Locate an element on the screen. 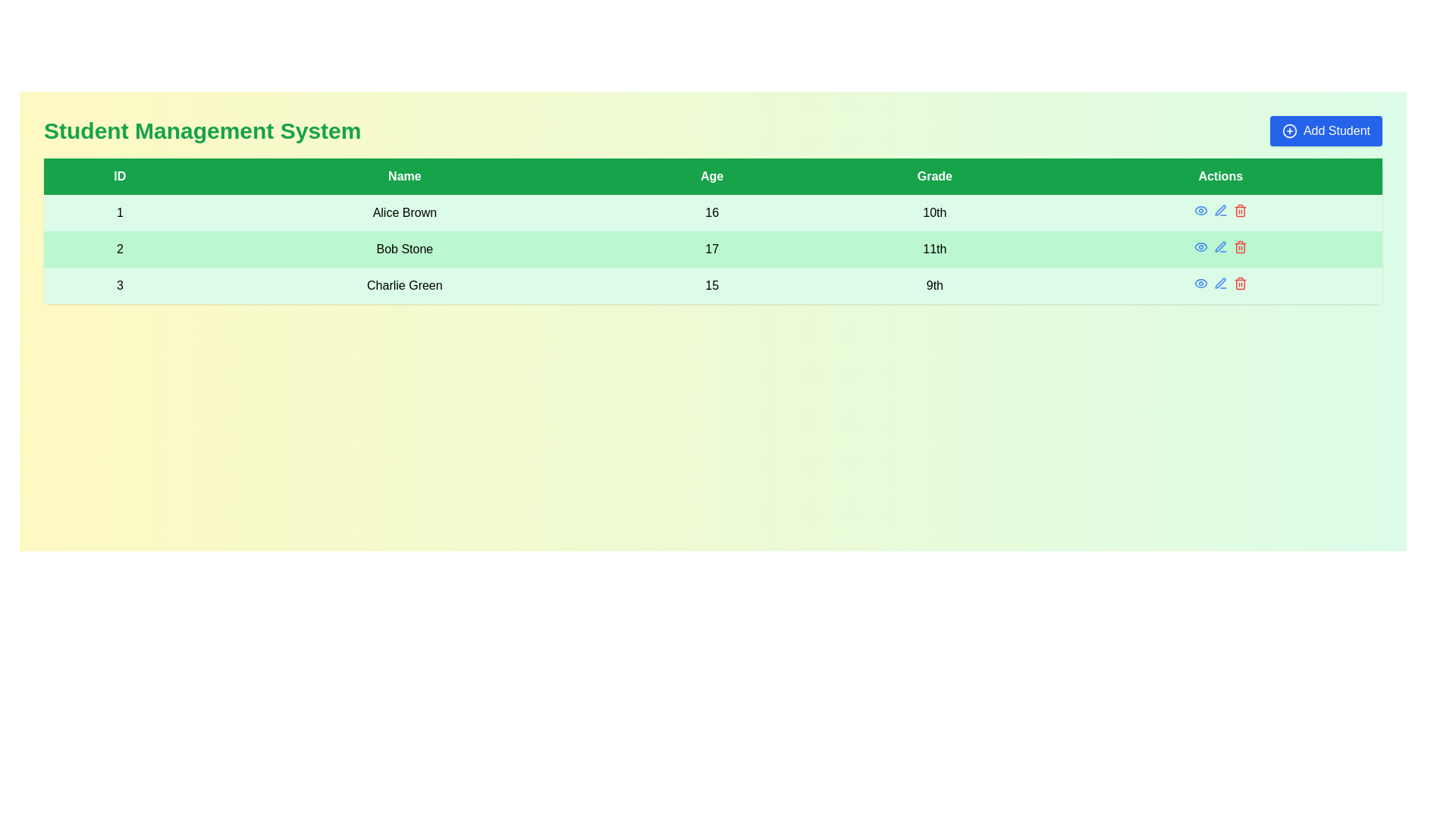 The width and height of the screenshot is (1456, 819). the Table Header Cell labeled 'Actions', which is the fifth header in the table with a green background and white text is located at coordinates (1220, 175).